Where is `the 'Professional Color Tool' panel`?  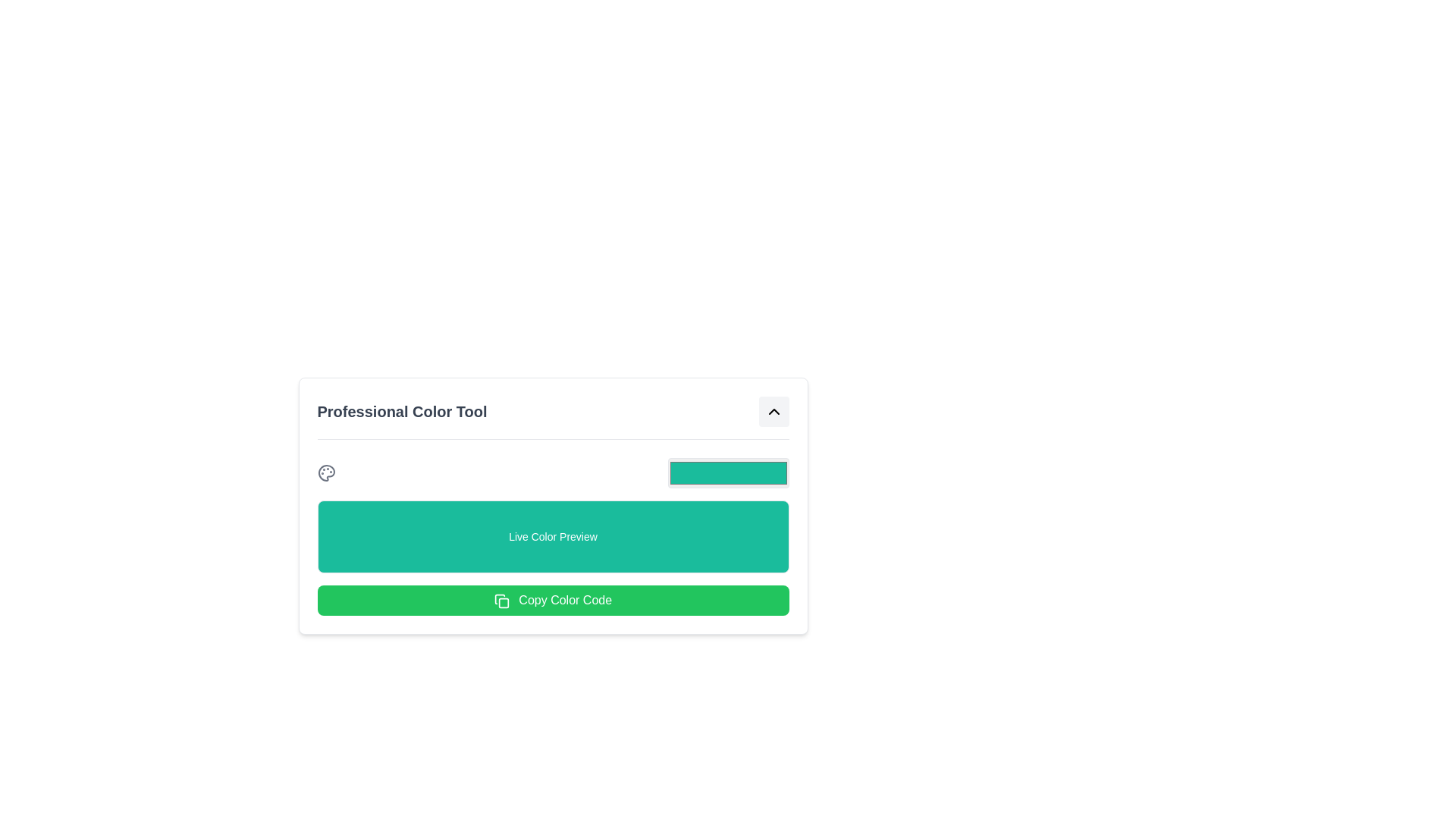 the 'Professional Color Tool' panel is located at coordinates (552, 535).